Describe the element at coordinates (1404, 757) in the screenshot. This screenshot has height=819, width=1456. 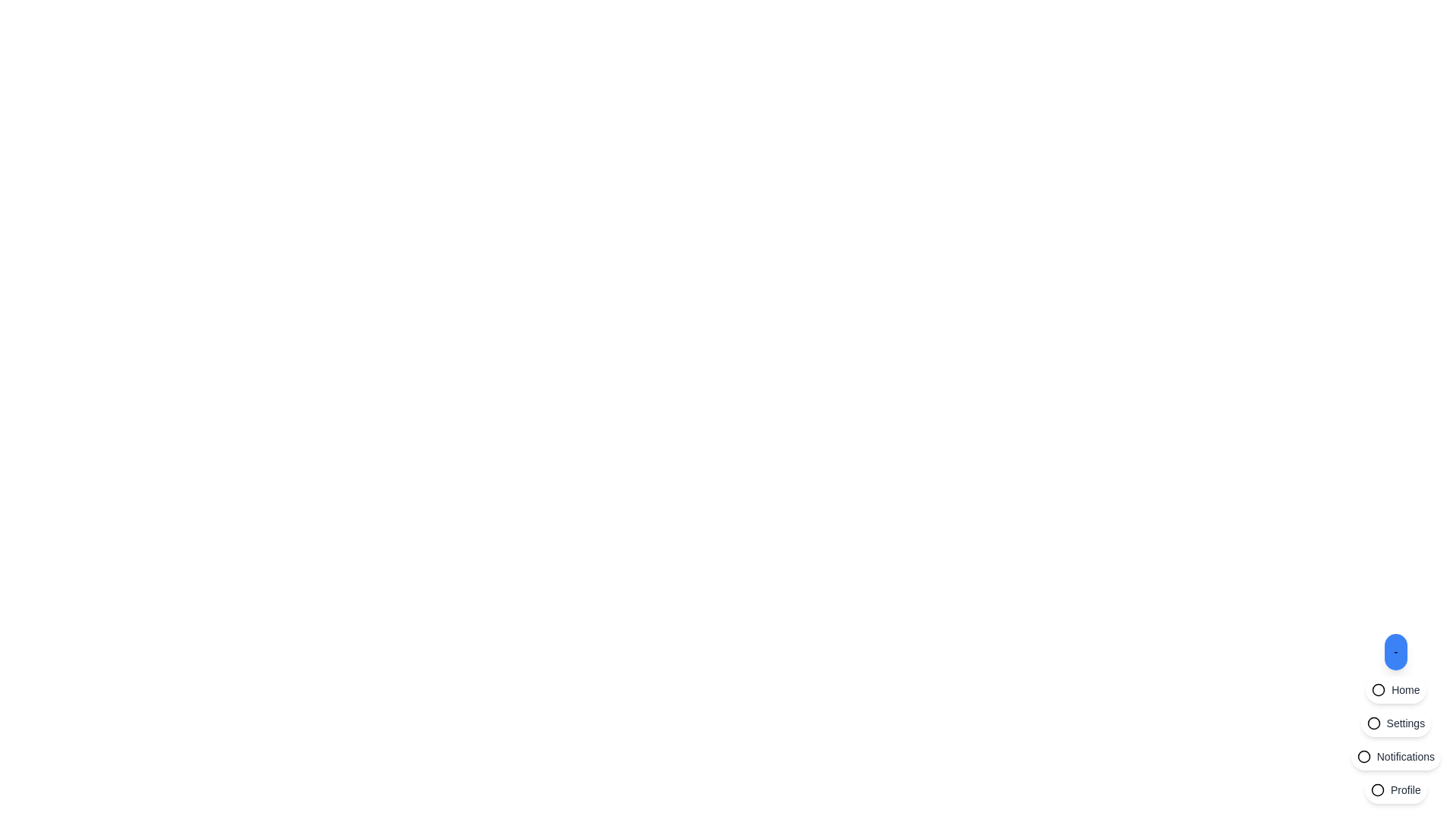
I see `text label displaying 'Notifications' located at the bottom-right corner of the interface, styled in a small gray font` at that location.